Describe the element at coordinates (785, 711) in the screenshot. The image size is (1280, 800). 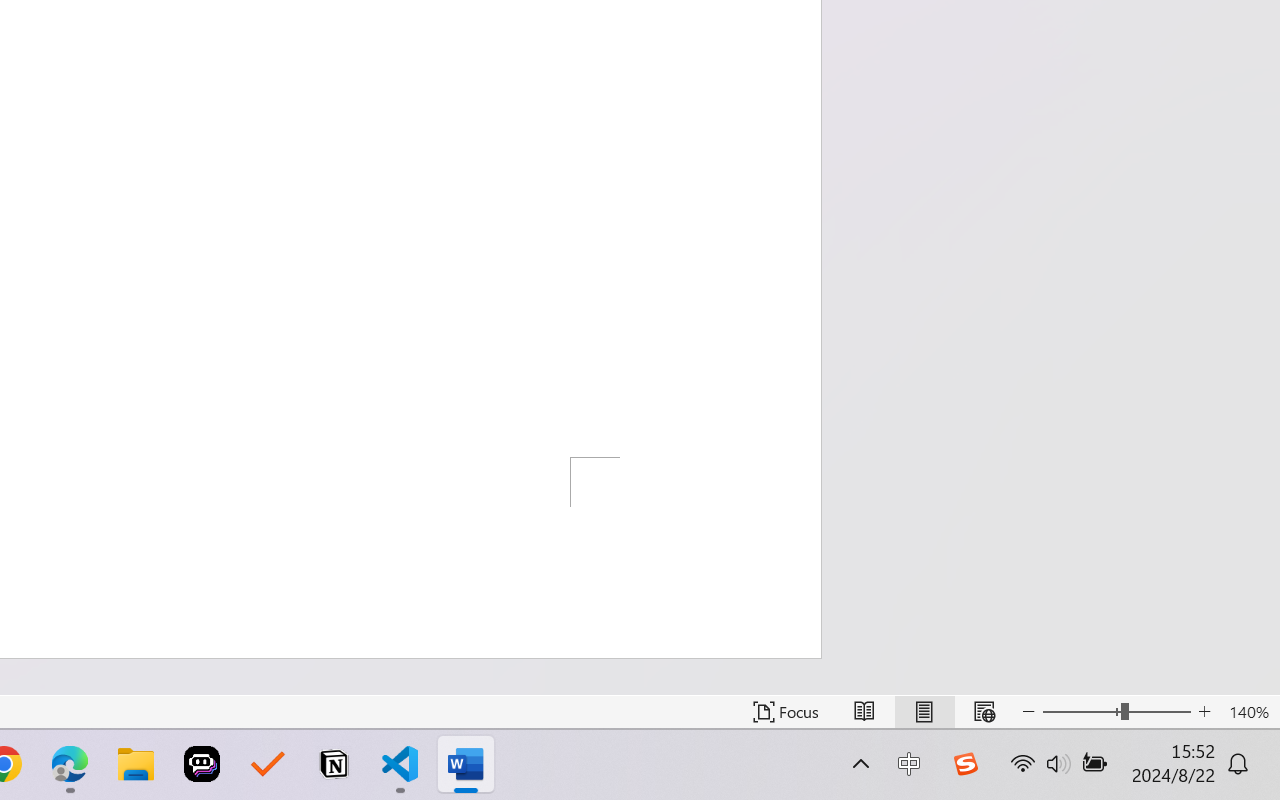
I see `'Focus '` at that location.